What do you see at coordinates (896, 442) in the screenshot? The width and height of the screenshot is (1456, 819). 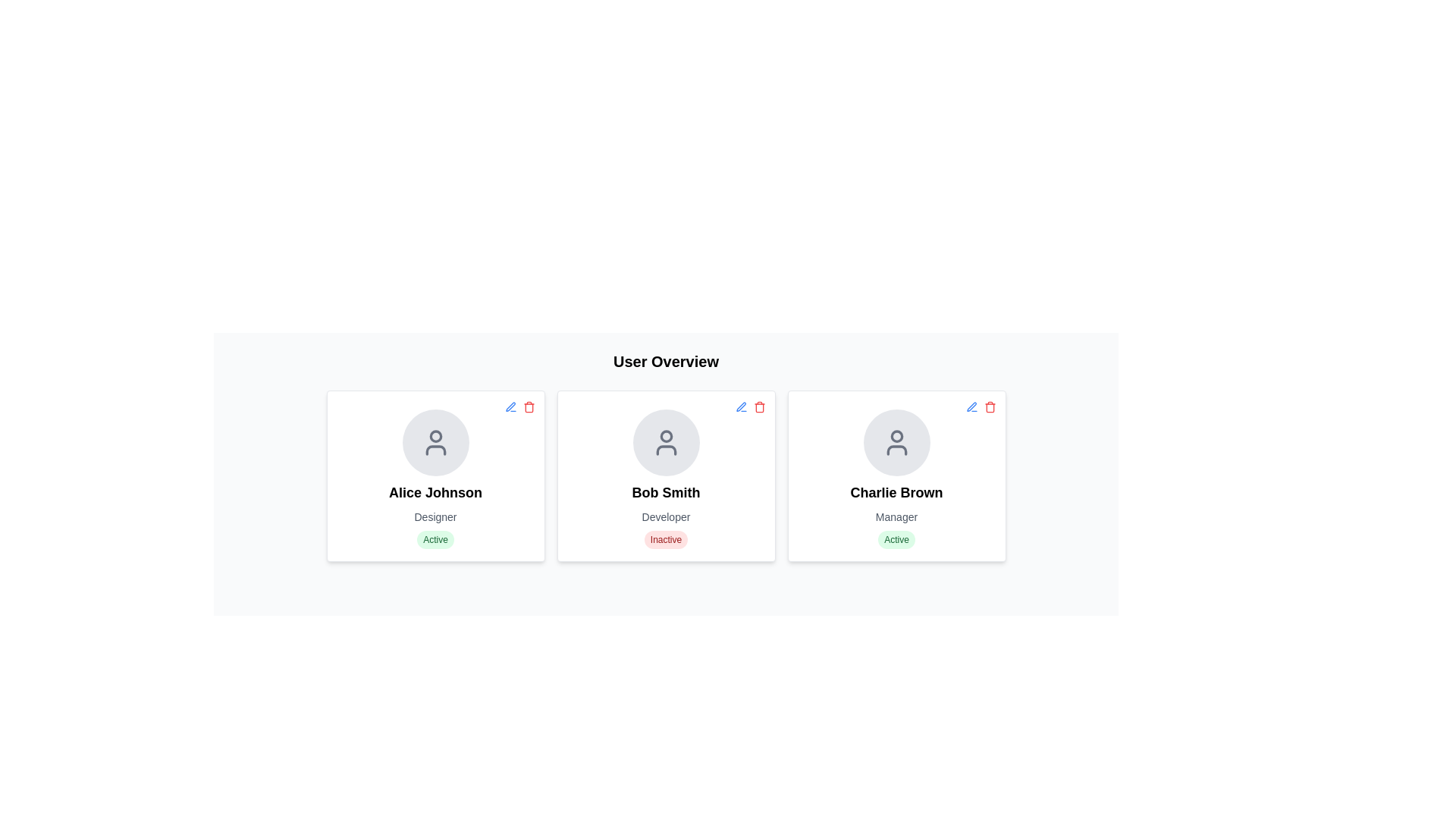 I see `the user profile icon representing 'Charlie Brown' located at the top-center of the card in the user overview section` at bounding box center [896, 442].